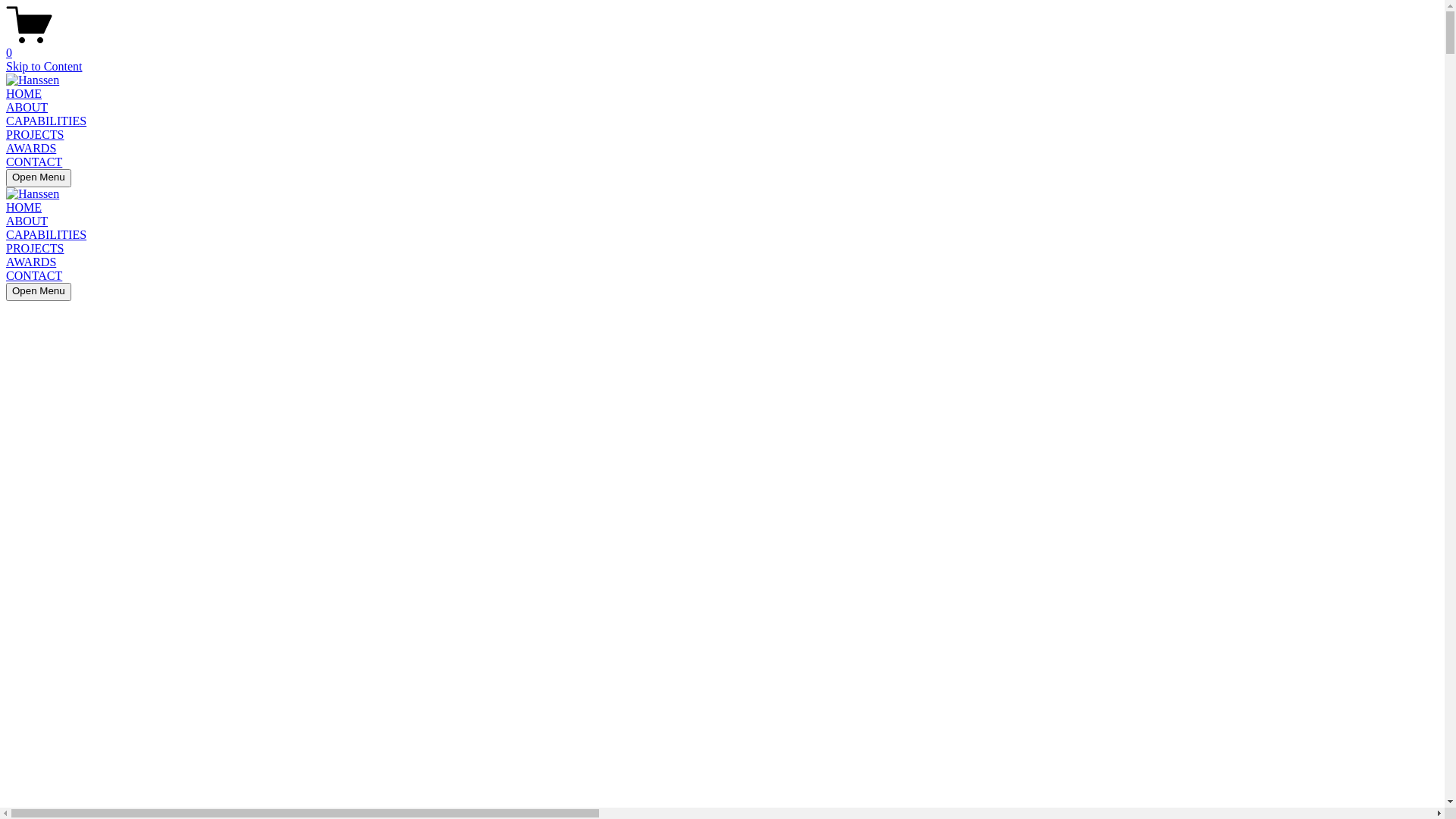 The width and height of the screenshot is (1456, 819). What do you see at coordinates (24, 93) in the screenshot?
I see `'HOME'` at bounding box center [24, 93].